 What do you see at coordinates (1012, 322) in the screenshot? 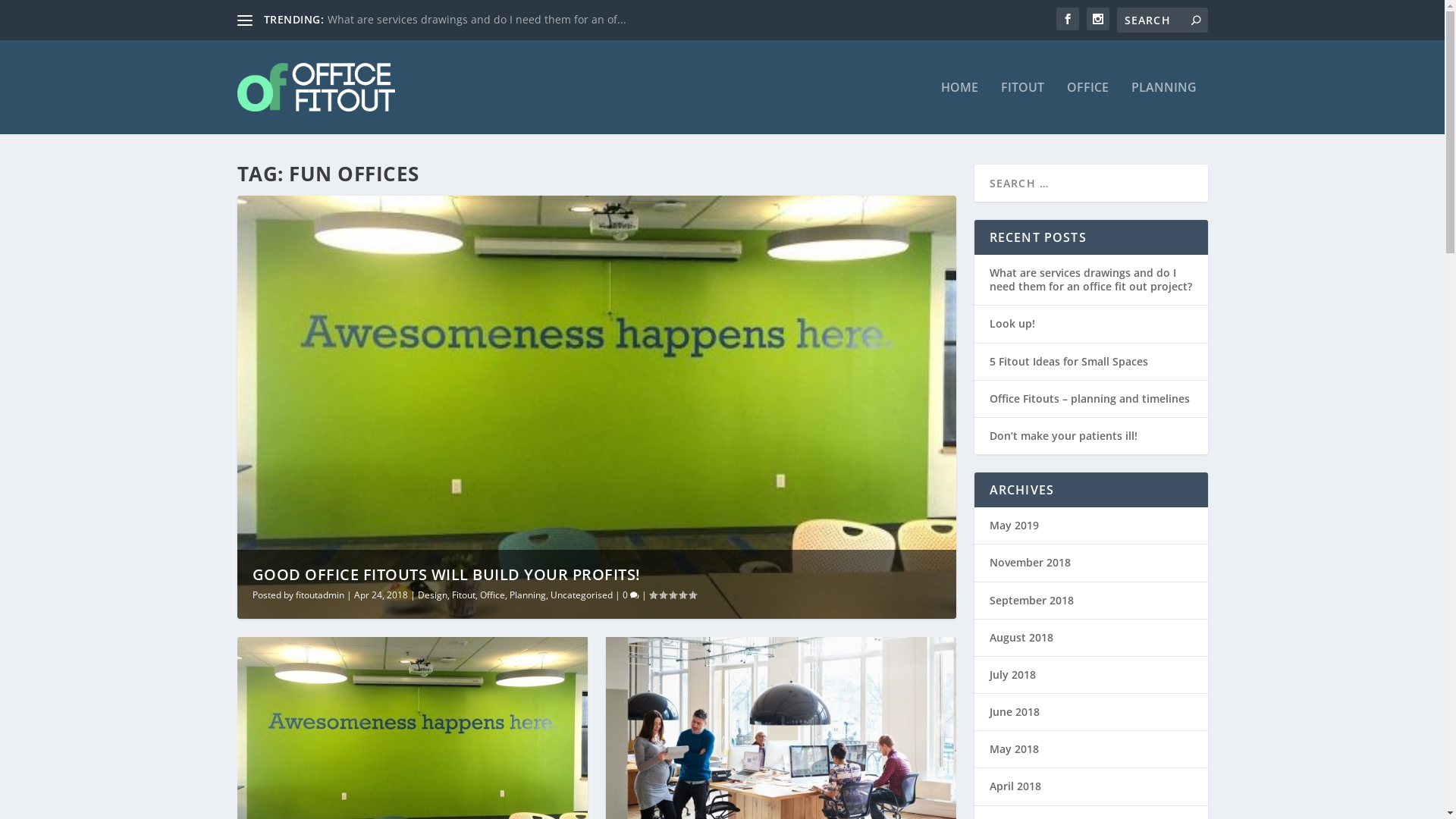
I see `'Look up!'` at bounding box center [1012, 322].